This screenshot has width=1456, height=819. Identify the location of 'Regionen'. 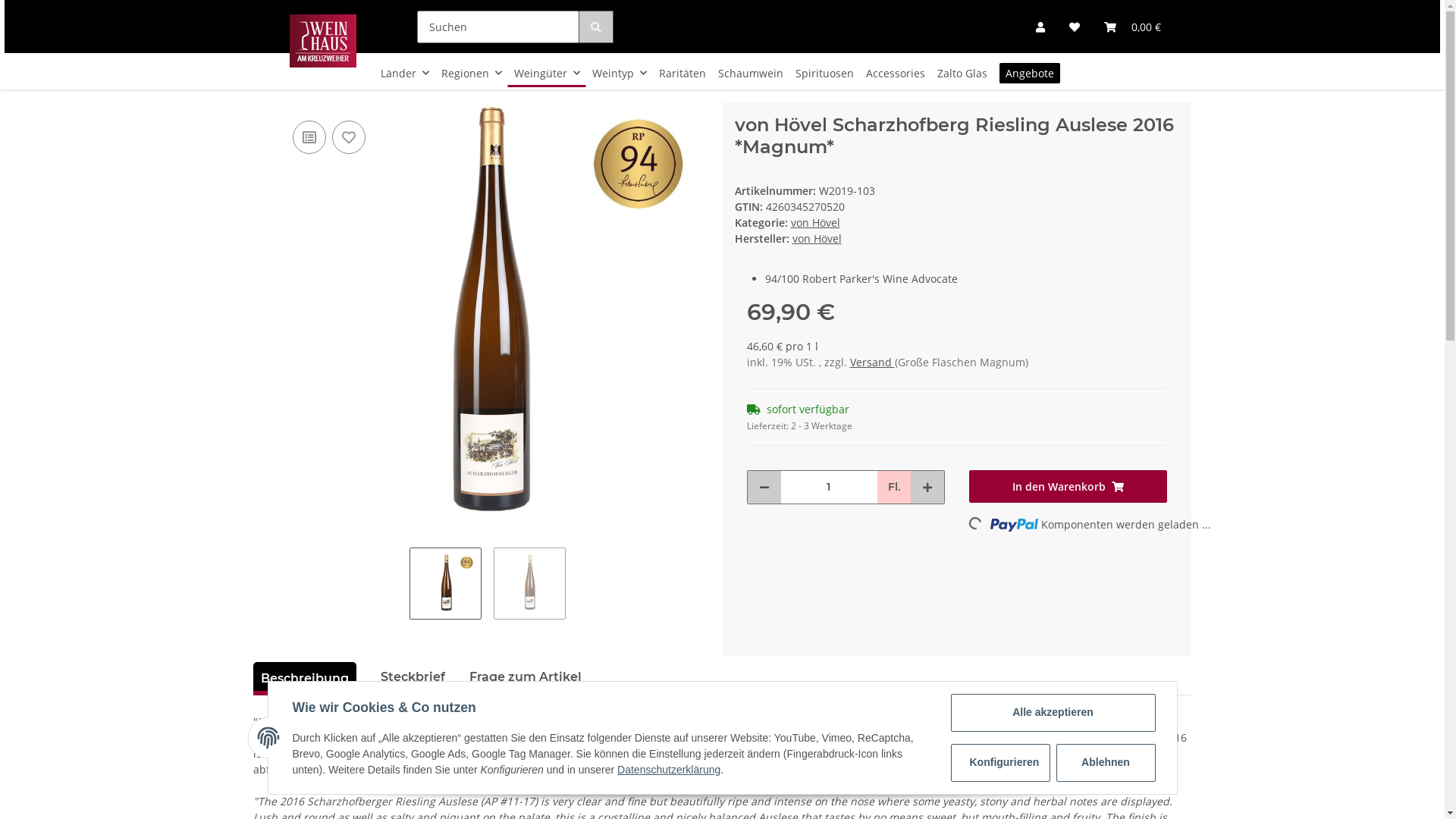
(471, 73).